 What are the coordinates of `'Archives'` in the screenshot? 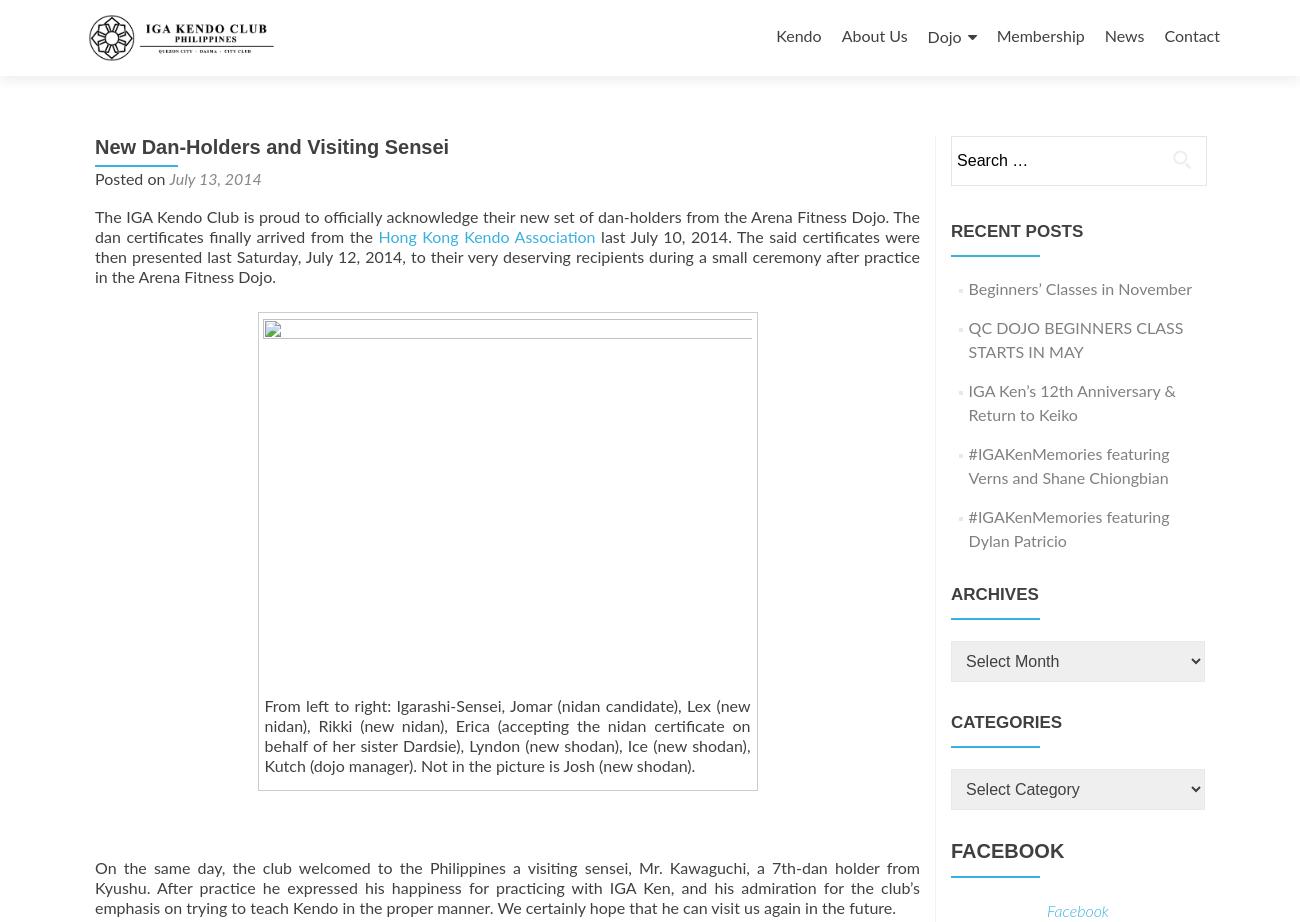 It's located at (993, 594).